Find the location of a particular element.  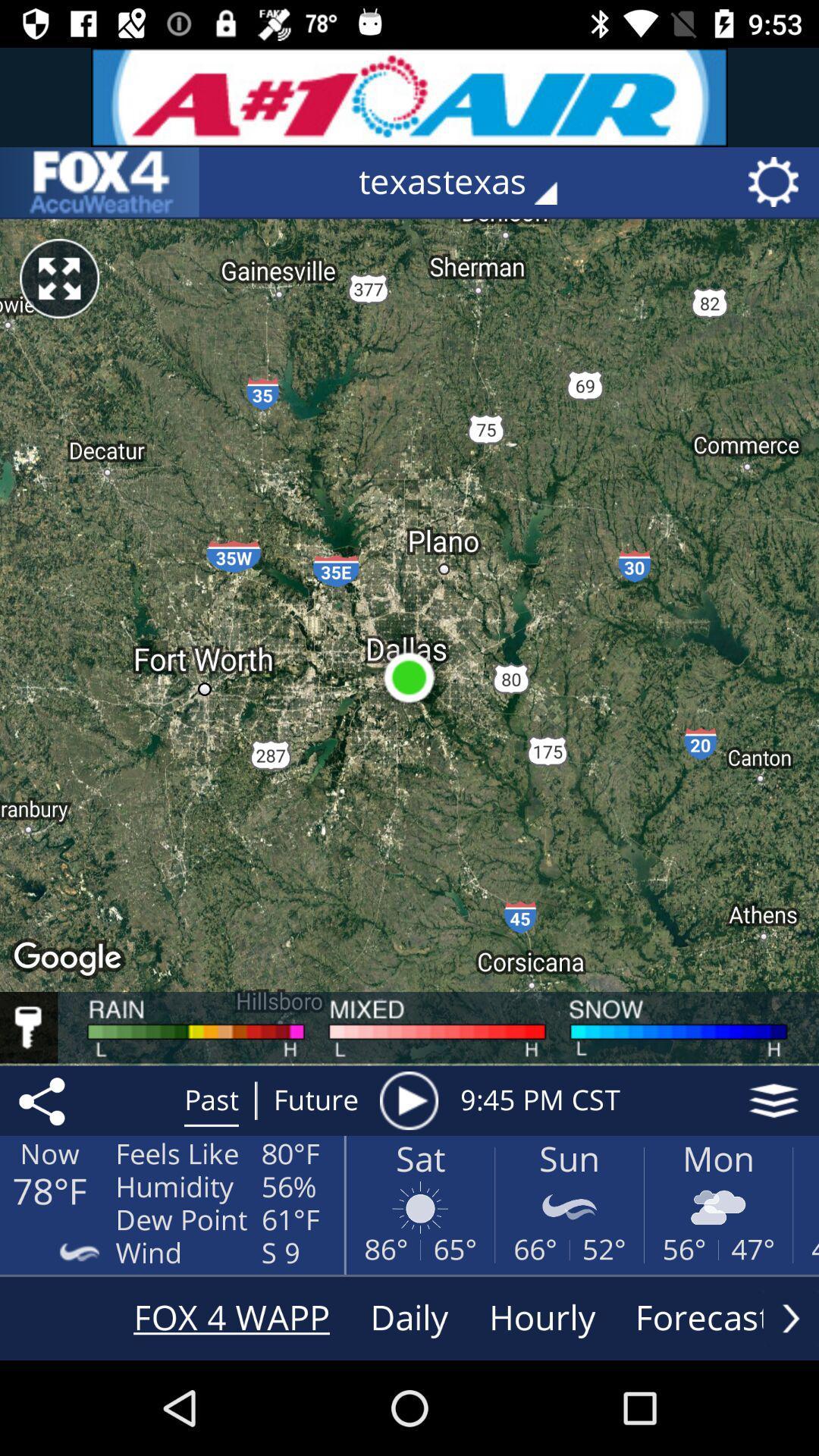

lock weather location map is located at coordinates (29, 1028).